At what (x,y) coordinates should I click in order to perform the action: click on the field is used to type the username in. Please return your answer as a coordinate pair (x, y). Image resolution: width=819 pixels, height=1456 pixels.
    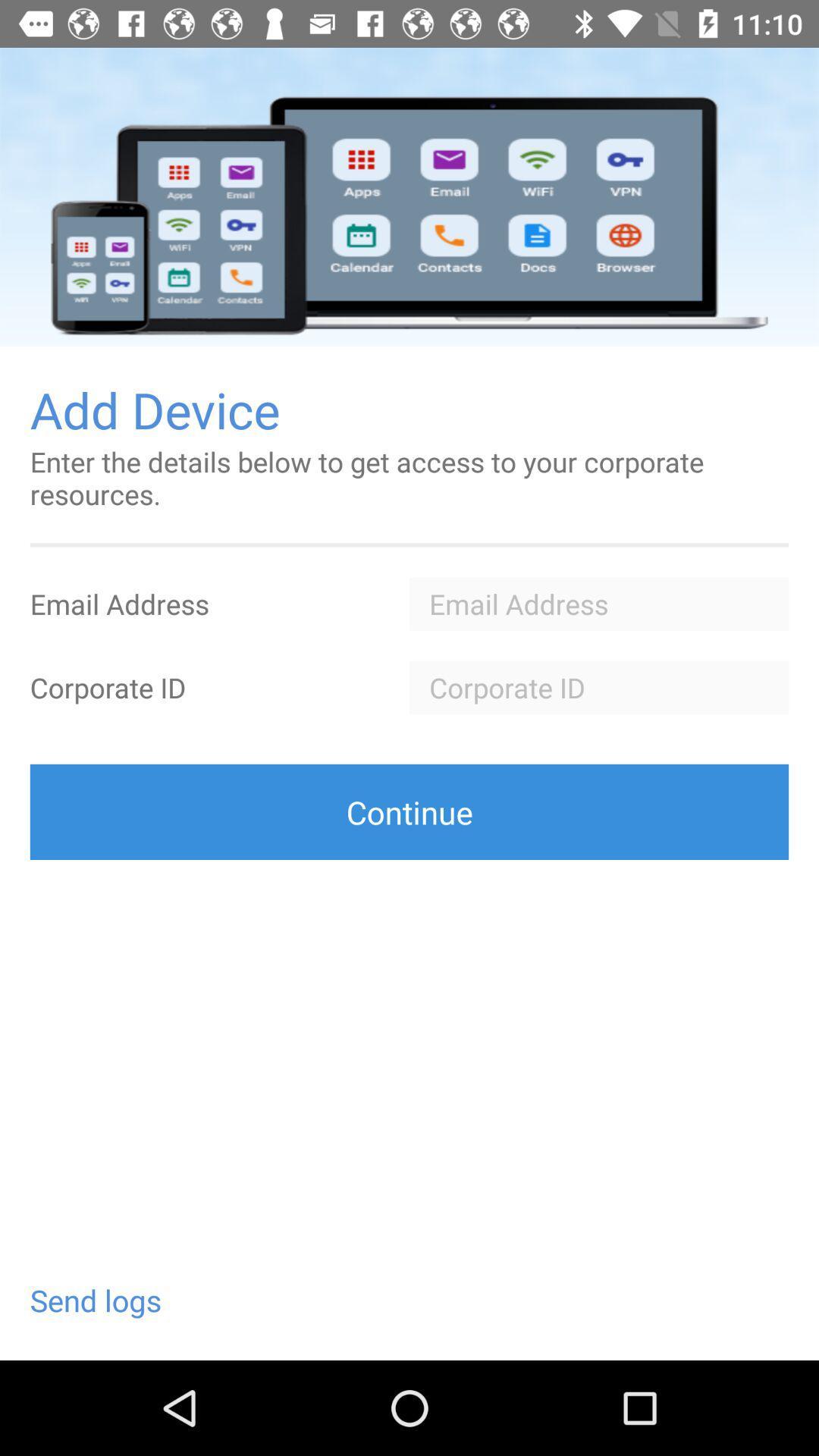
    Looking at the image, I should click on (598, 603).